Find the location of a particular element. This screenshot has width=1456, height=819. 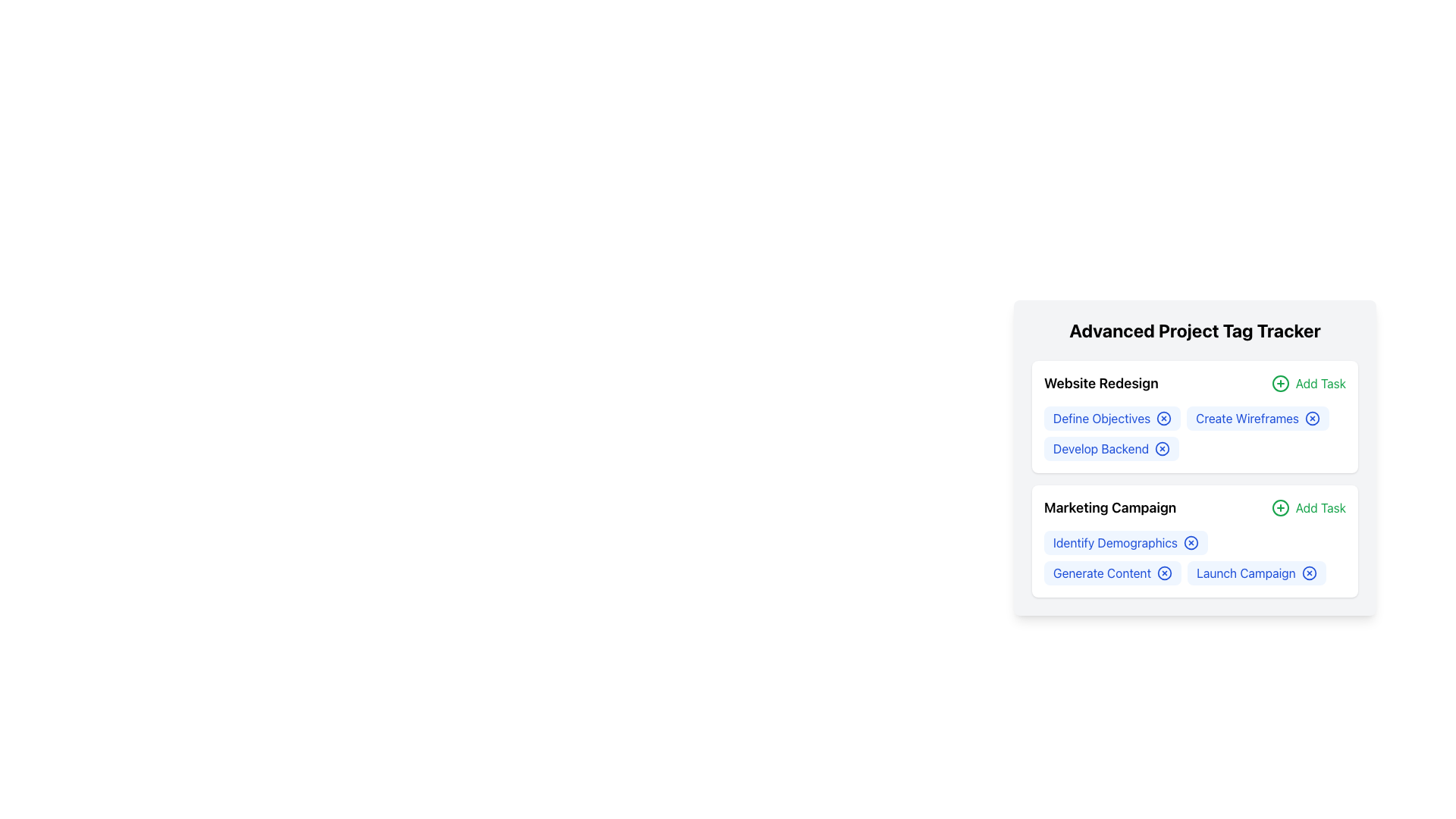

the small SVG circle component that functions as a close action button within the 'Generate Content' task label under the 'Marketing Campaign' section is located at coordinates (1164, 573).